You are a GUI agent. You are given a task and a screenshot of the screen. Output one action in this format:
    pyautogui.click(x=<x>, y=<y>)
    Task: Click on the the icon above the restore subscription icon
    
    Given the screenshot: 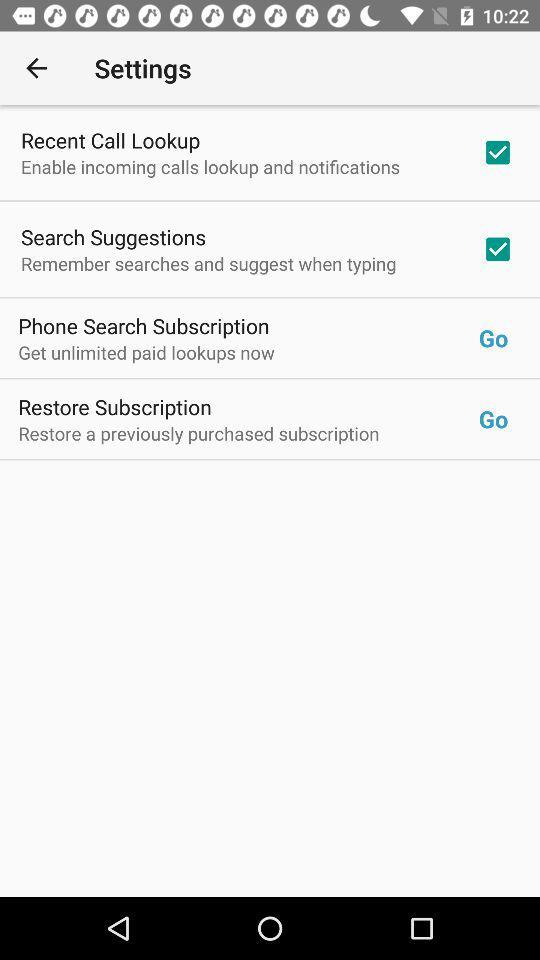 What is the action you would take?
    pyautogui.click(x=248, y=352)
    